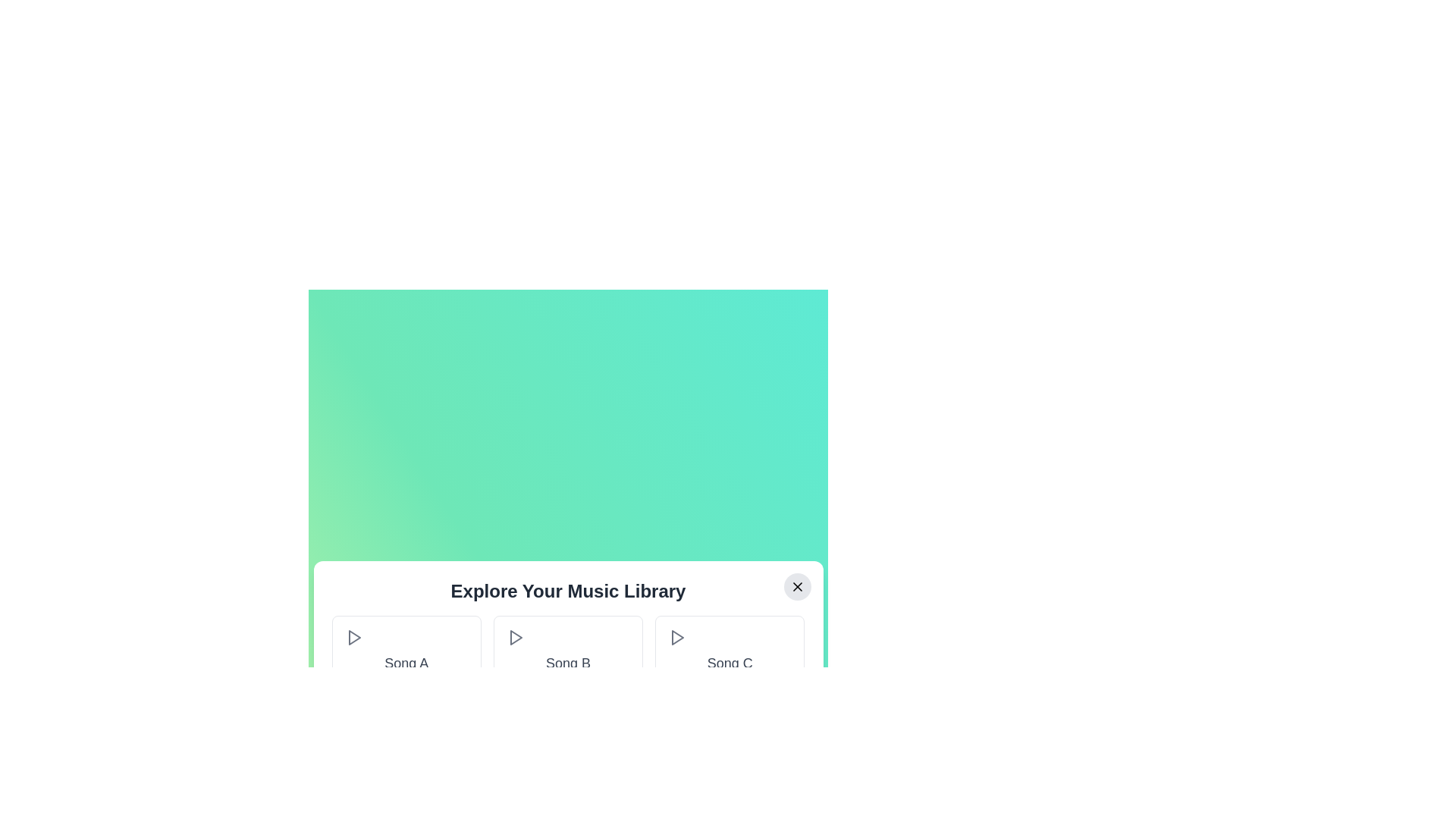  What do you see at coordinates (729, 663) in the screenshot?
I see `the song title Song C for inspection` at bounding box center [729, 663].